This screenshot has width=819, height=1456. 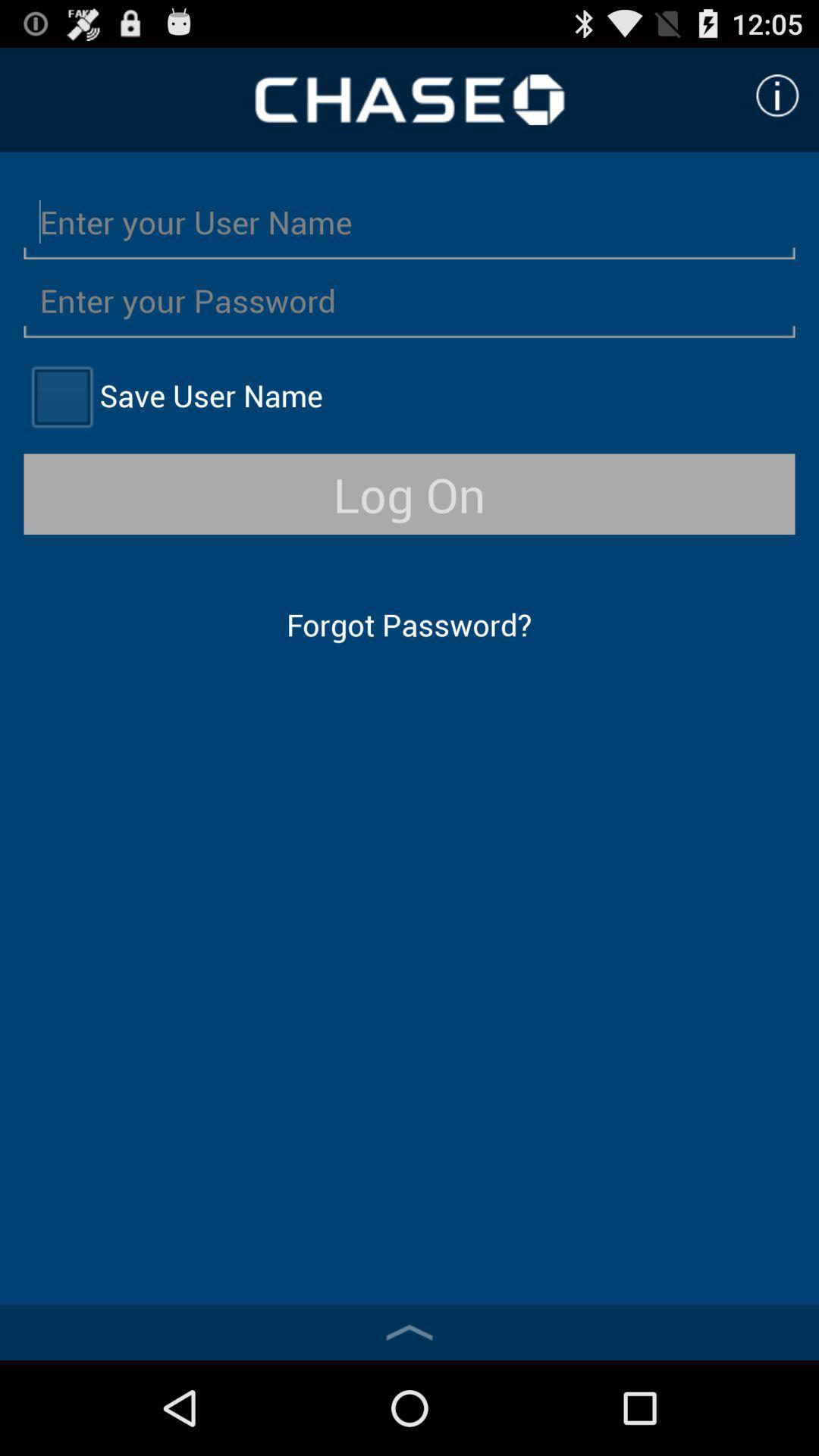 I want to click on icon to the left of save user name, so click(x=61, y=396).